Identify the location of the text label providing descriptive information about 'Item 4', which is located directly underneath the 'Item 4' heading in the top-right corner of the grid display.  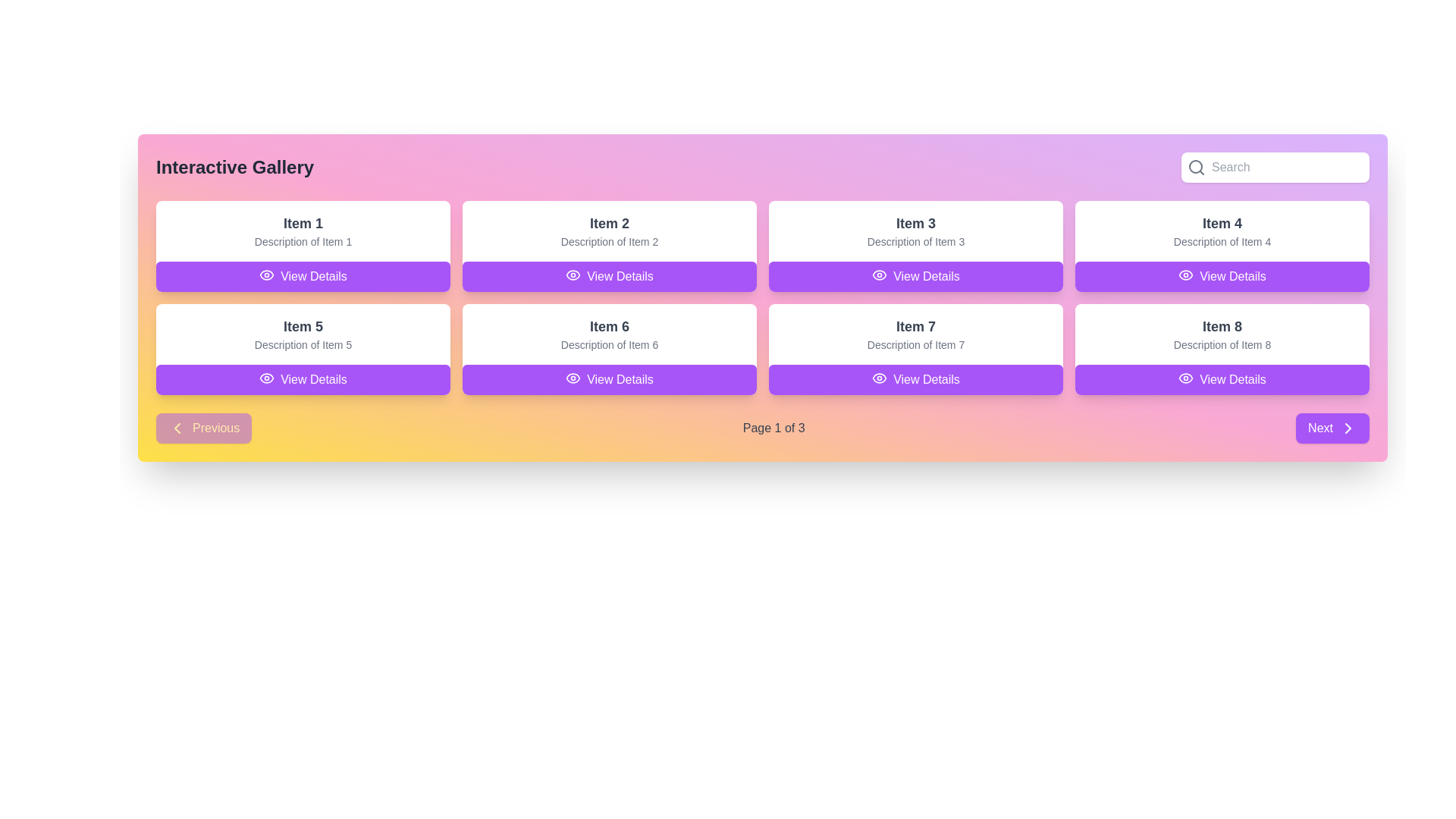
(1222, 241).